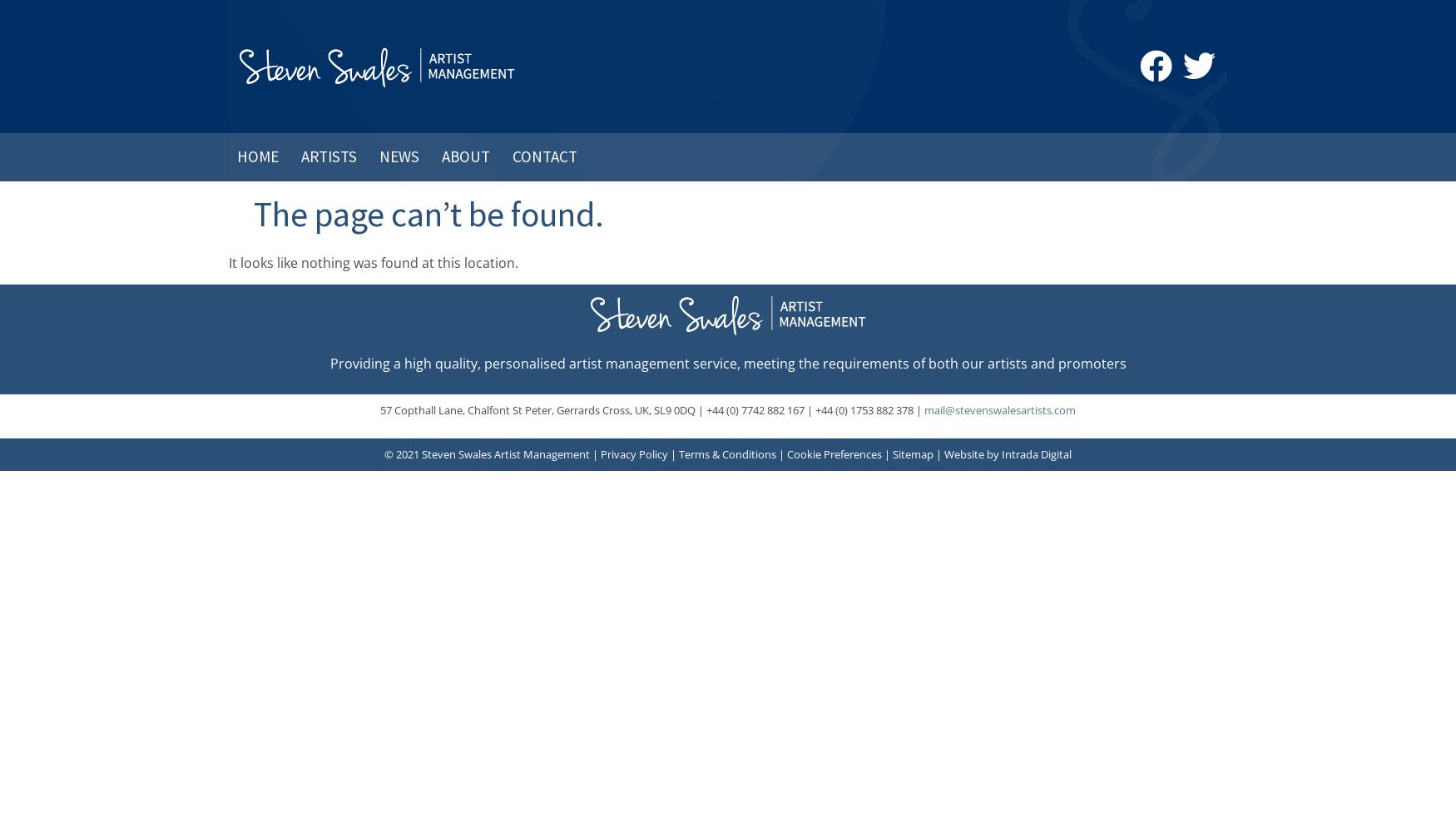 The image size is (1456, 832). Describe the element at coordinates (256, 156) in the screenshot. I see `'Home'` at that location.